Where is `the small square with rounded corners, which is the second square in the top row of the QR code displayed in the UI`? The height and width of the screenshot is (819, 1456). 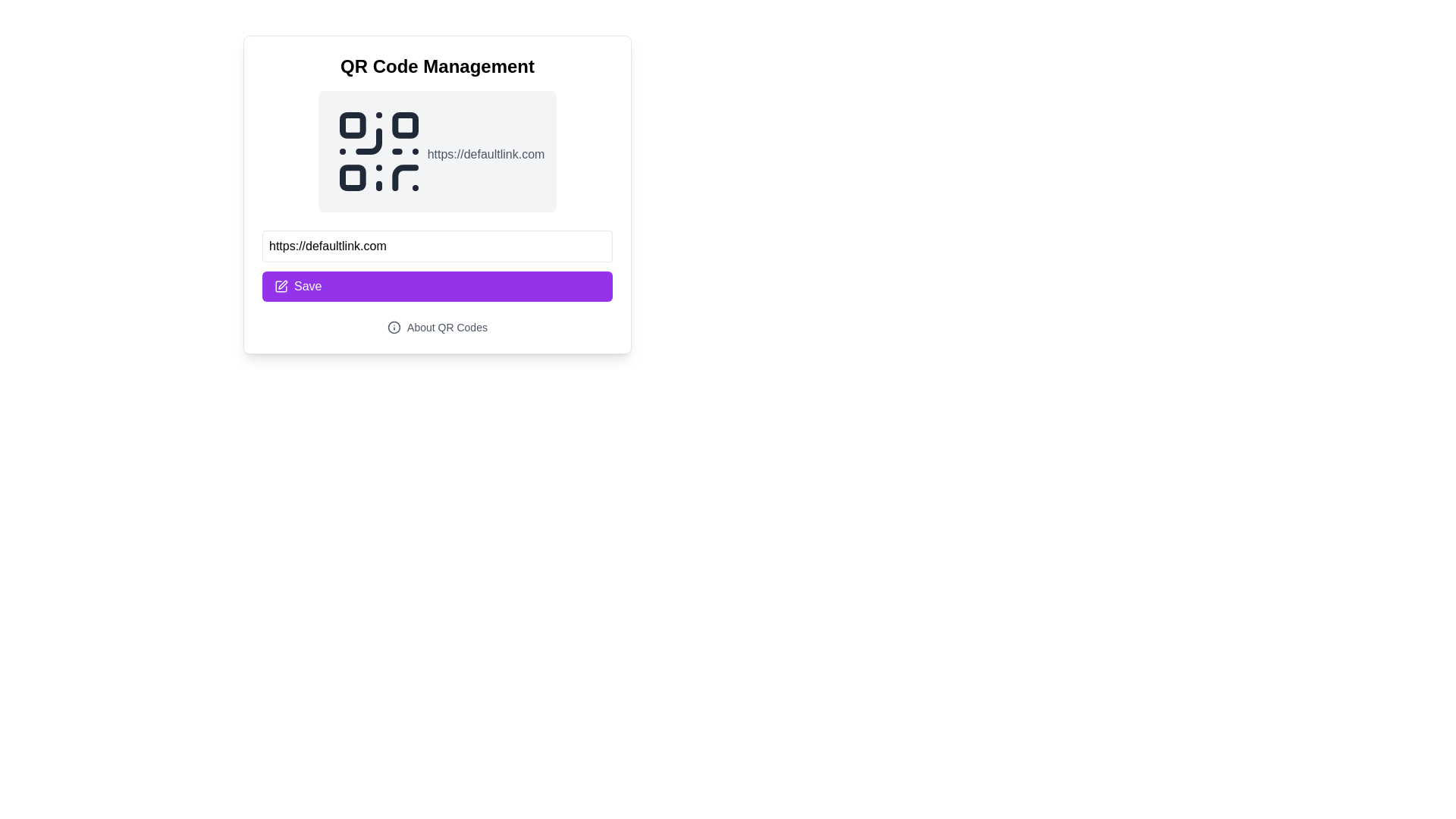
the small square with rounded corners, which is the second square in the top row of the QR code displayed in the UI is located at coordinates (405, 124).